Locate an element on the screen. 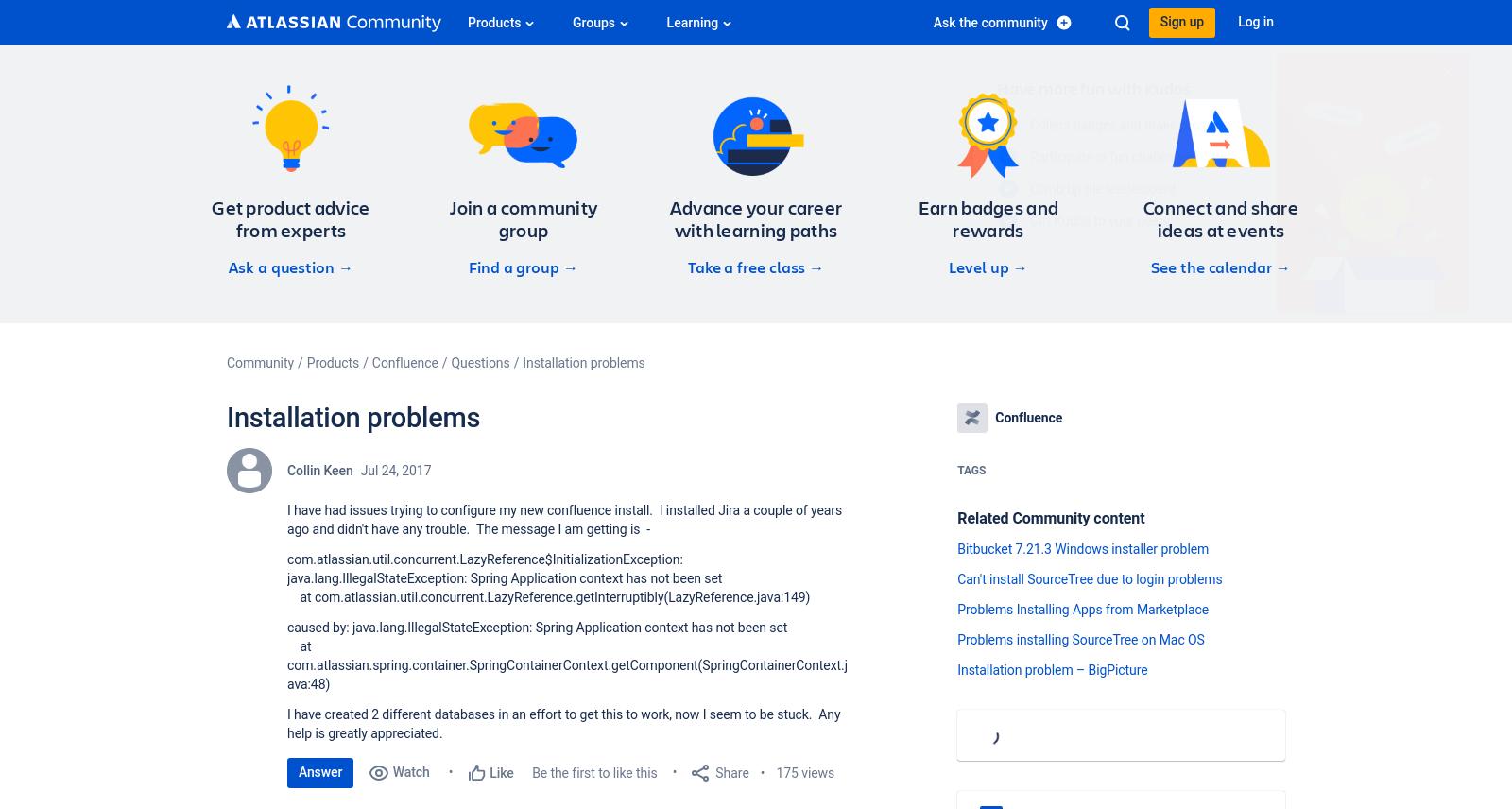  'Collect badges and make progress' is located at coordinates (948, 123).